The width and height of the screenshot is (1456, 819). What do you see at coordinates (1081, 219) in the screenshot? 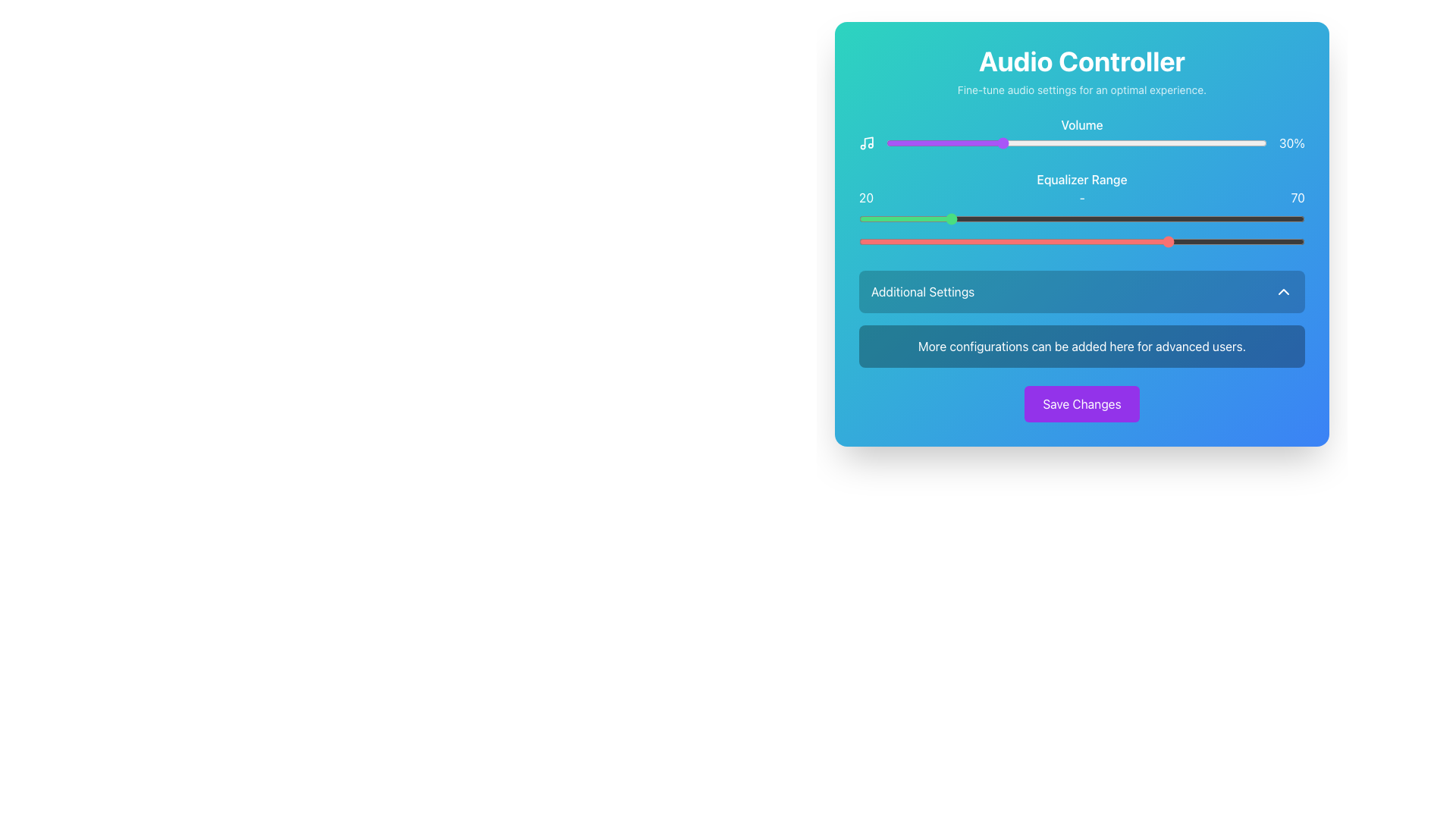
I see `the green accent Range slider control located below the label 'Equalizer Range 20-70' to set the value` at bounding box center [1081, 219].